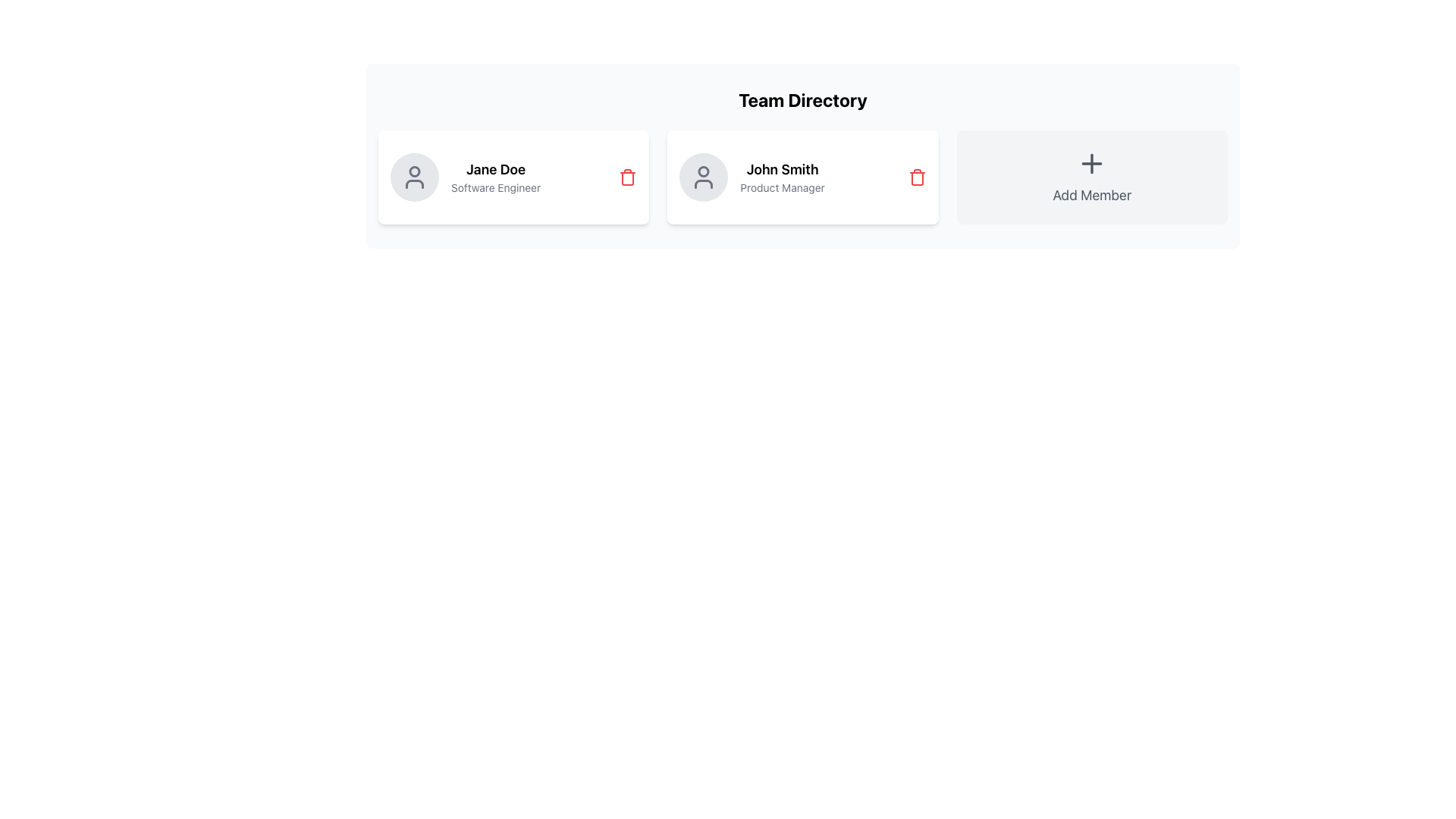 This screenshot has height=819, width=1456. Describe the element at coordinates (703, 177) in the screenshot. I see `the user's profile icon located in the second profile card of the team directory` at that location.